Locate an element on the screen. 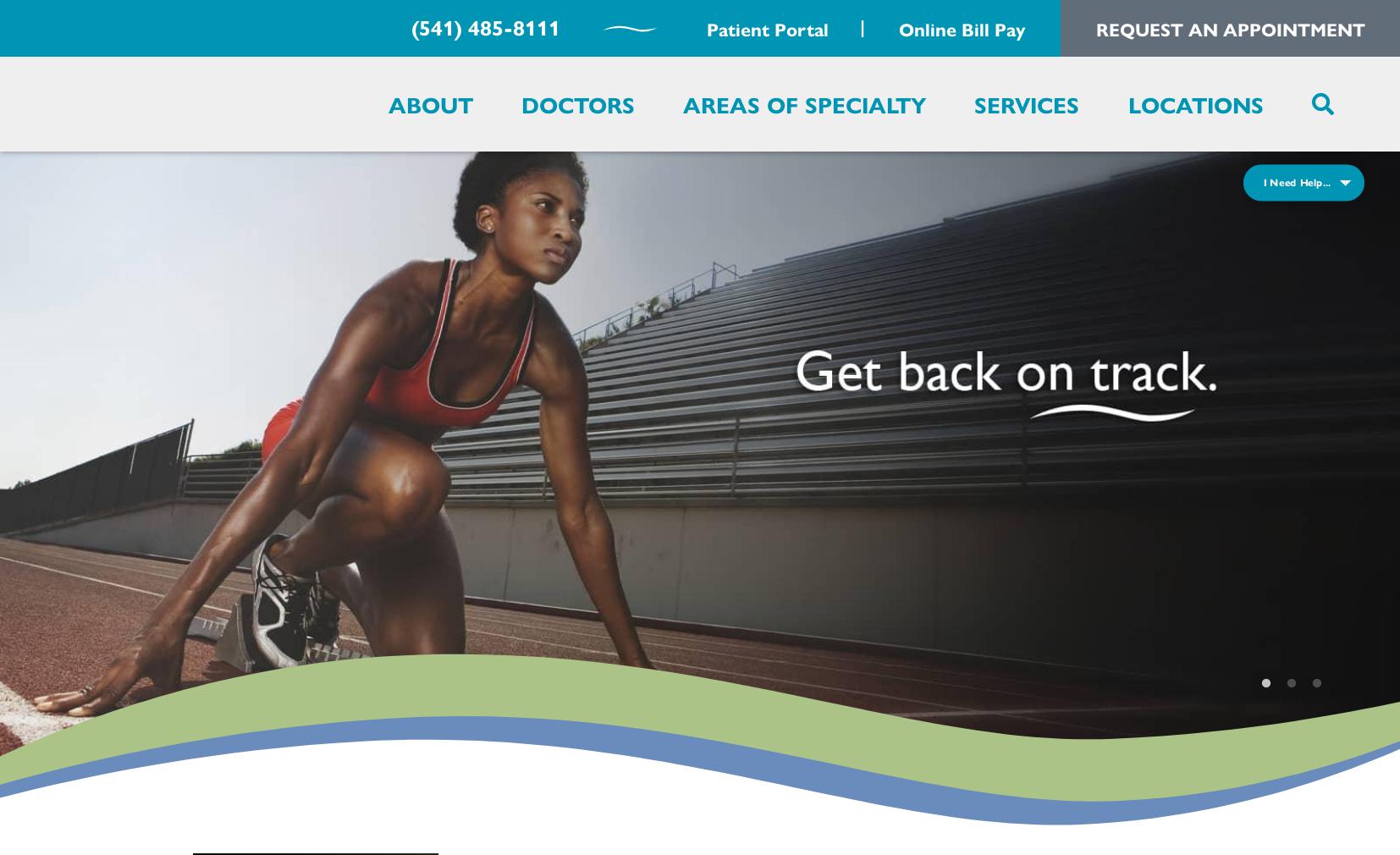 This screenshot has width=1400, height=855. 'Services' is located at coordinates (1026, 102).